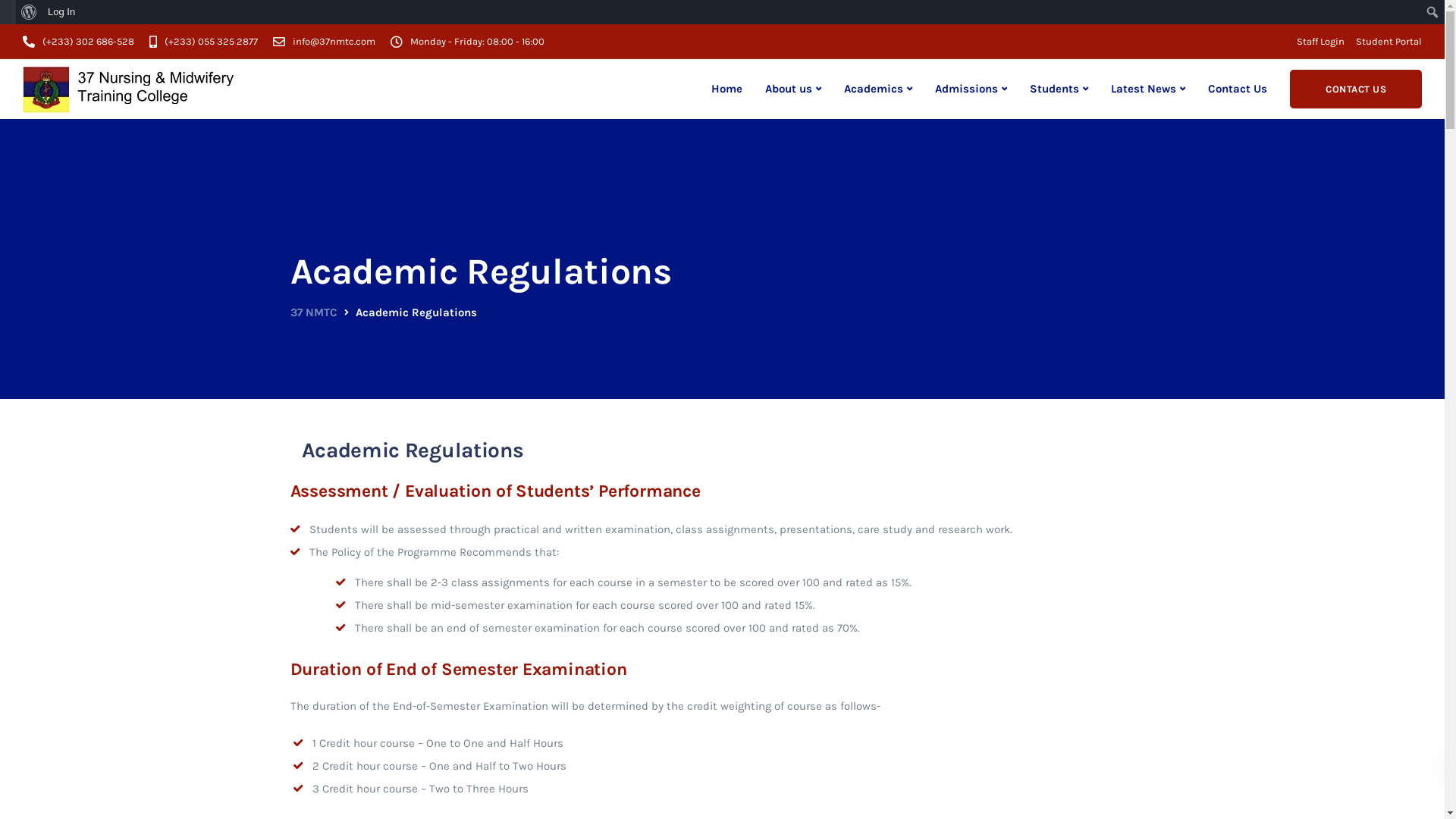 The height and width of the screenshot is (819, 1456). I want to click on '(+233) 302 686-528', so click(91, 40).